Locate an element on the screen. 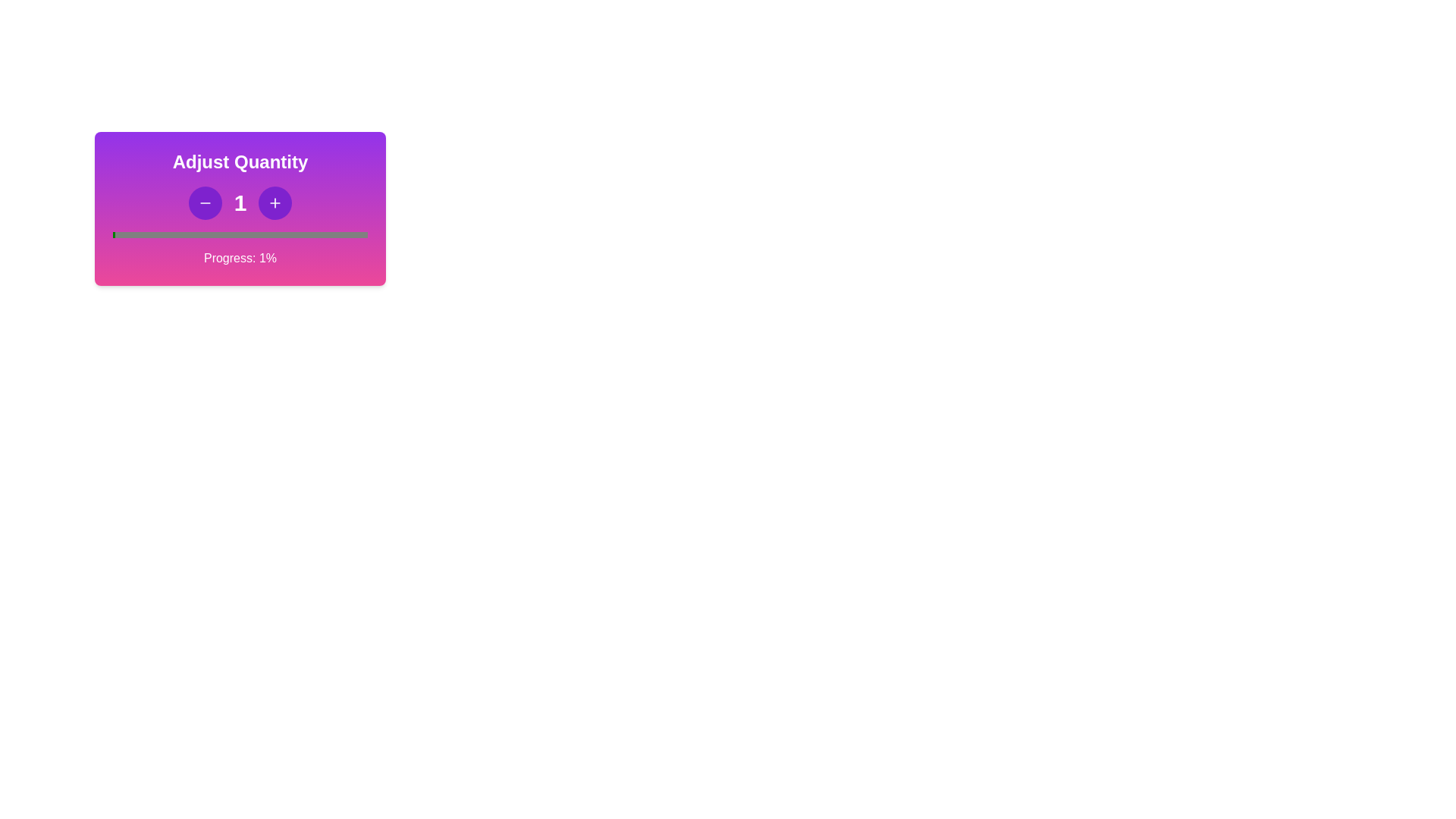  the current quantity value display text located in the 'Adjust Quantity' card, which is centered between the minus and plus buttons is located at coordinates (239, 202).